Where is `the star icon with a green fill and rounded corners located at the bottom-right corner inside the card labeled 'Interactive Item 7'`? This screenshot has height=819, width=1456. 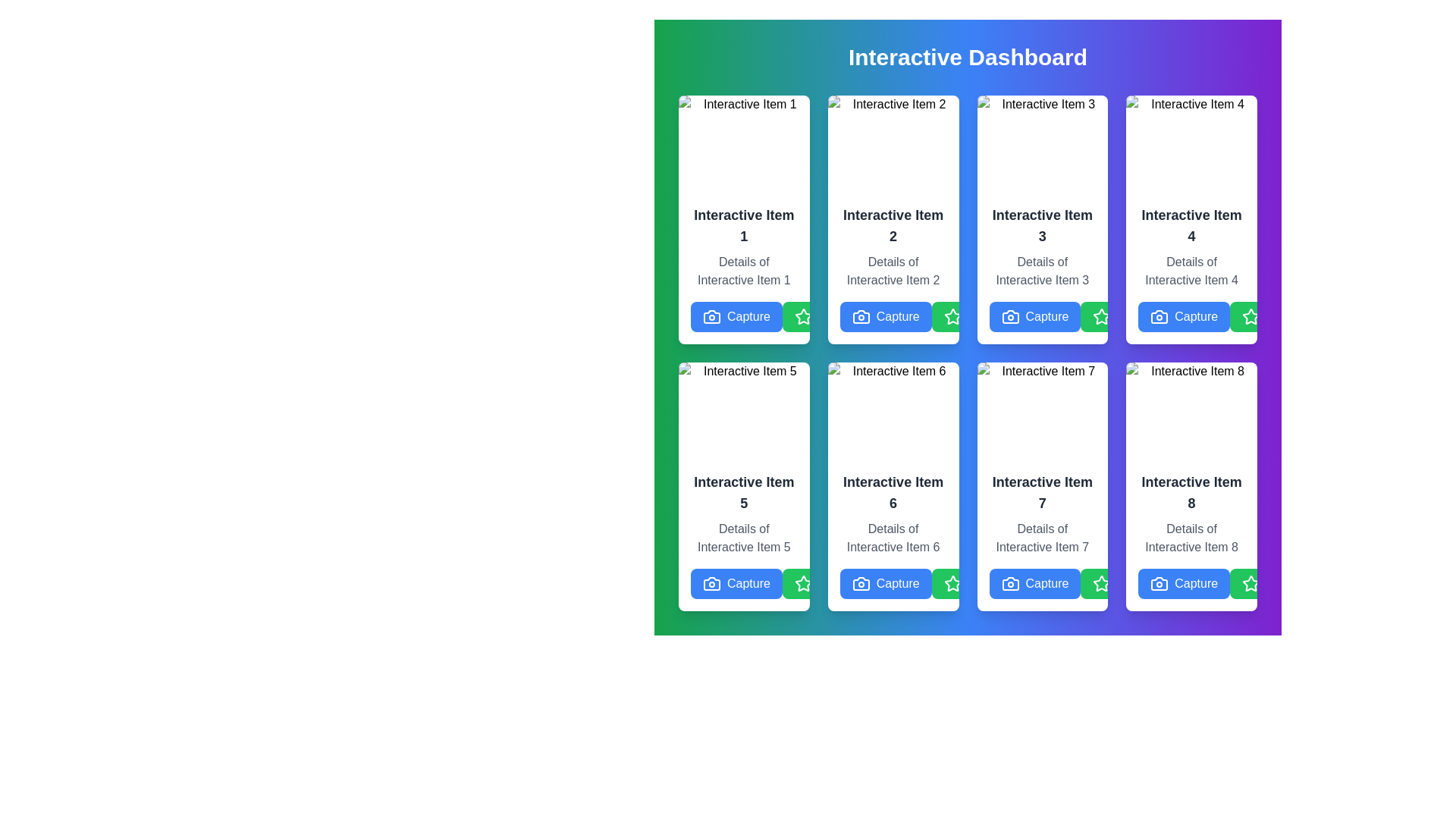
the star icon with a green fill and rounded corners located at the bottom-right corner inside the card labeled 'Interactive Item 7' is located at coordinates (1102, 582).